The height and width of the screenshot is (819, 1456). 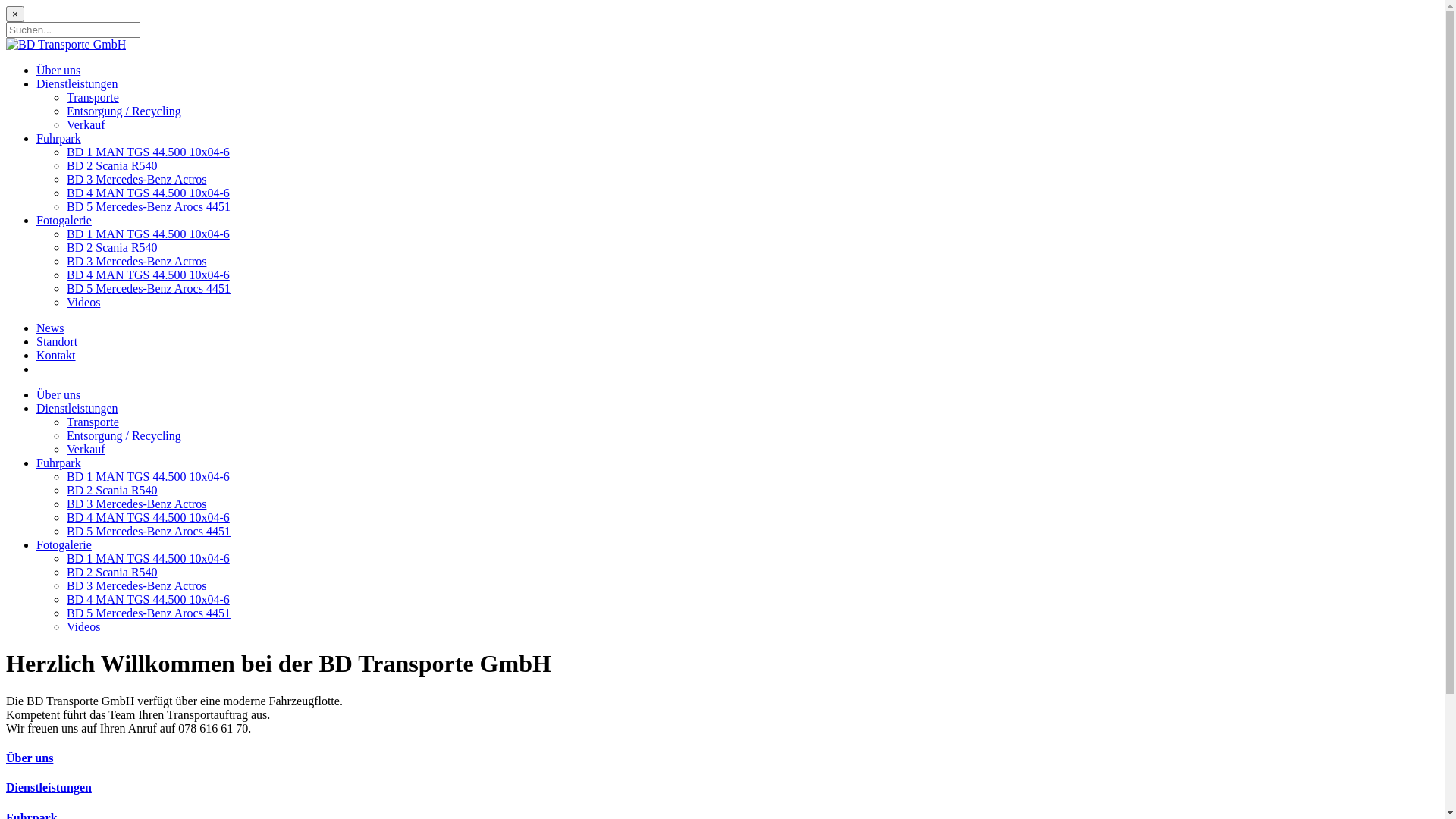 What do you see at coordinates (148, 475) in the screenshot?
I see `'BD 1 MAN TGS 44.500 10x04-6'` at bounding box center [148, 475].